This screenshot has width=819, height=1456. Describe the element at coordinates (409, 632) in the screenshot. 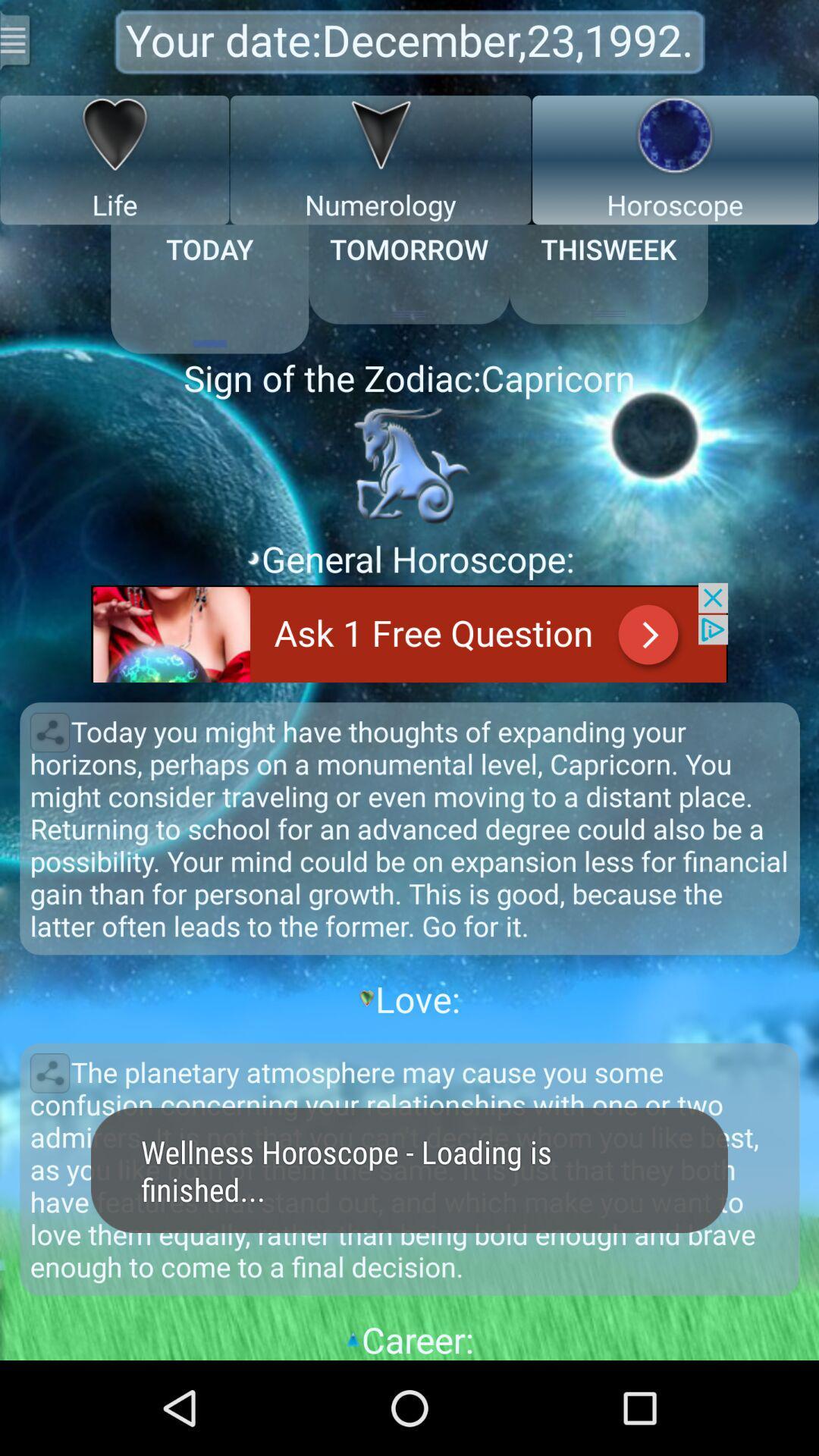

I see `advertisement` at that location.